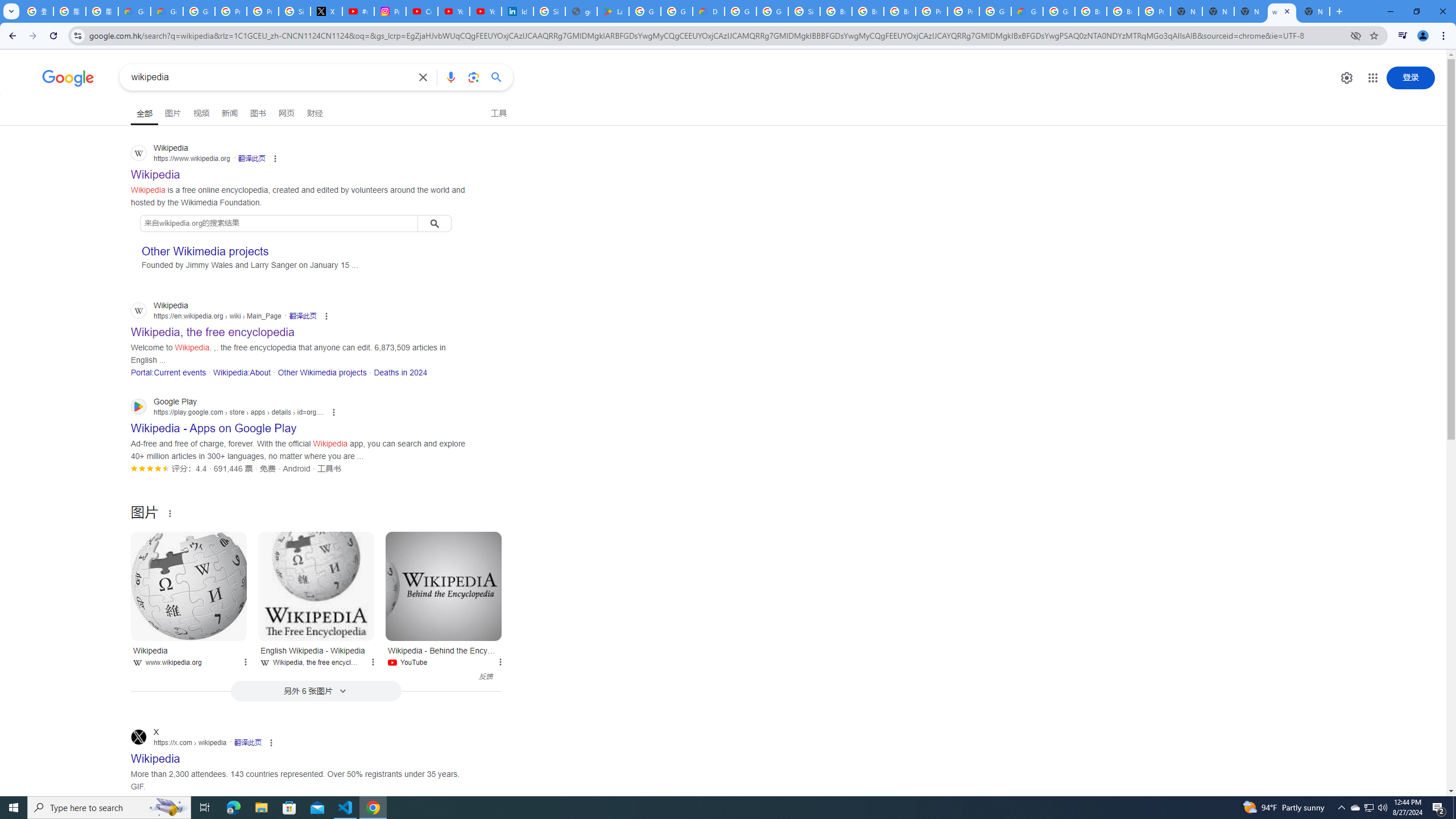  What do you see at coordinates (443, 586) in the screenshot?
I see `'Wikipedia - Behind the Encyclopedia'` at bounding box center [443, 586].